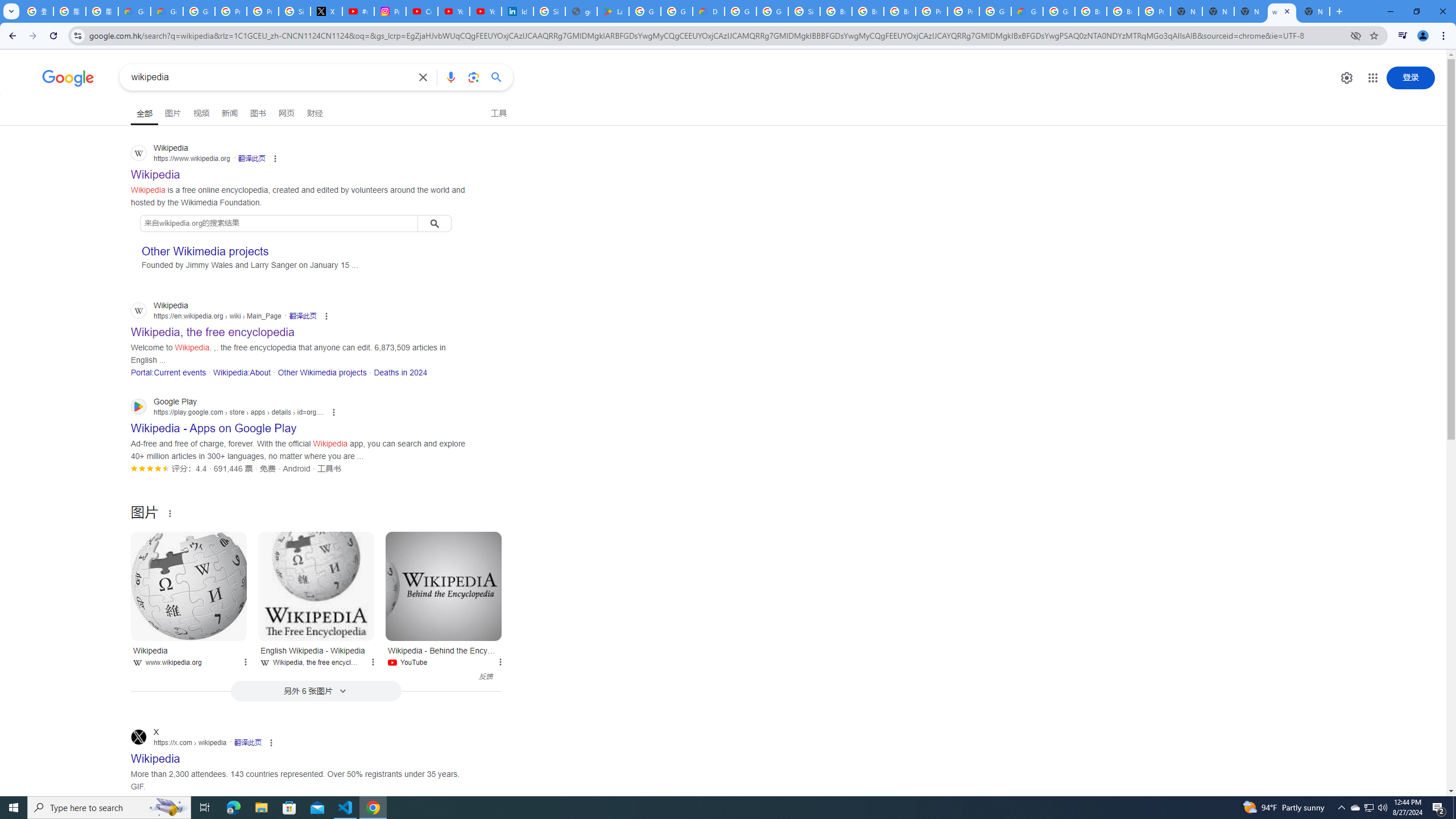  What do you see at coordinates (443, 586) in the screenshot?
I see `'Wikipedia - Behind the Encyclopedia'` at bounding box center [443, 586].